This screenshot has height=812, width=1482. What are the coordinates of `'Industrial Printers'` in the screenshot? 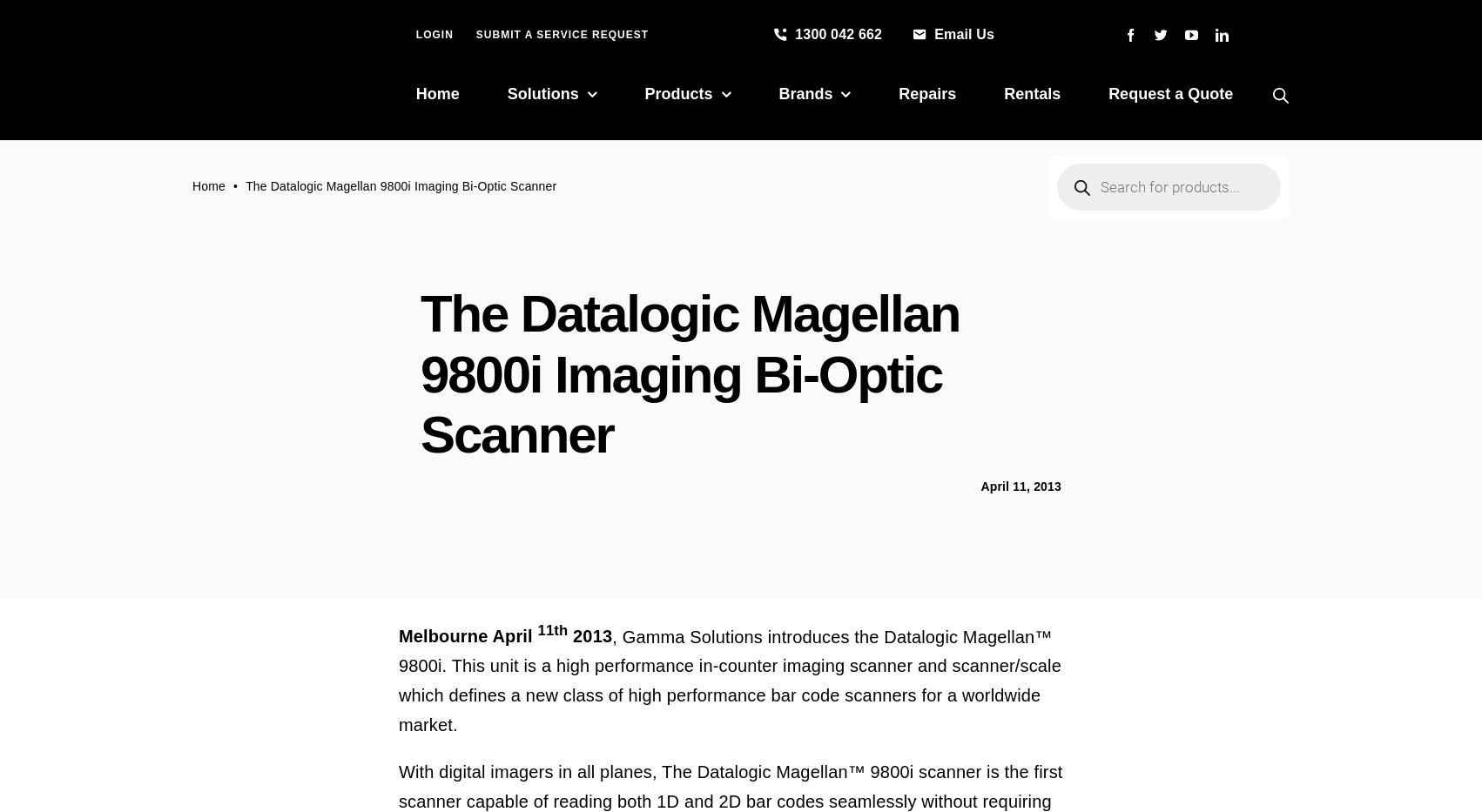 It's located at (893, 271).